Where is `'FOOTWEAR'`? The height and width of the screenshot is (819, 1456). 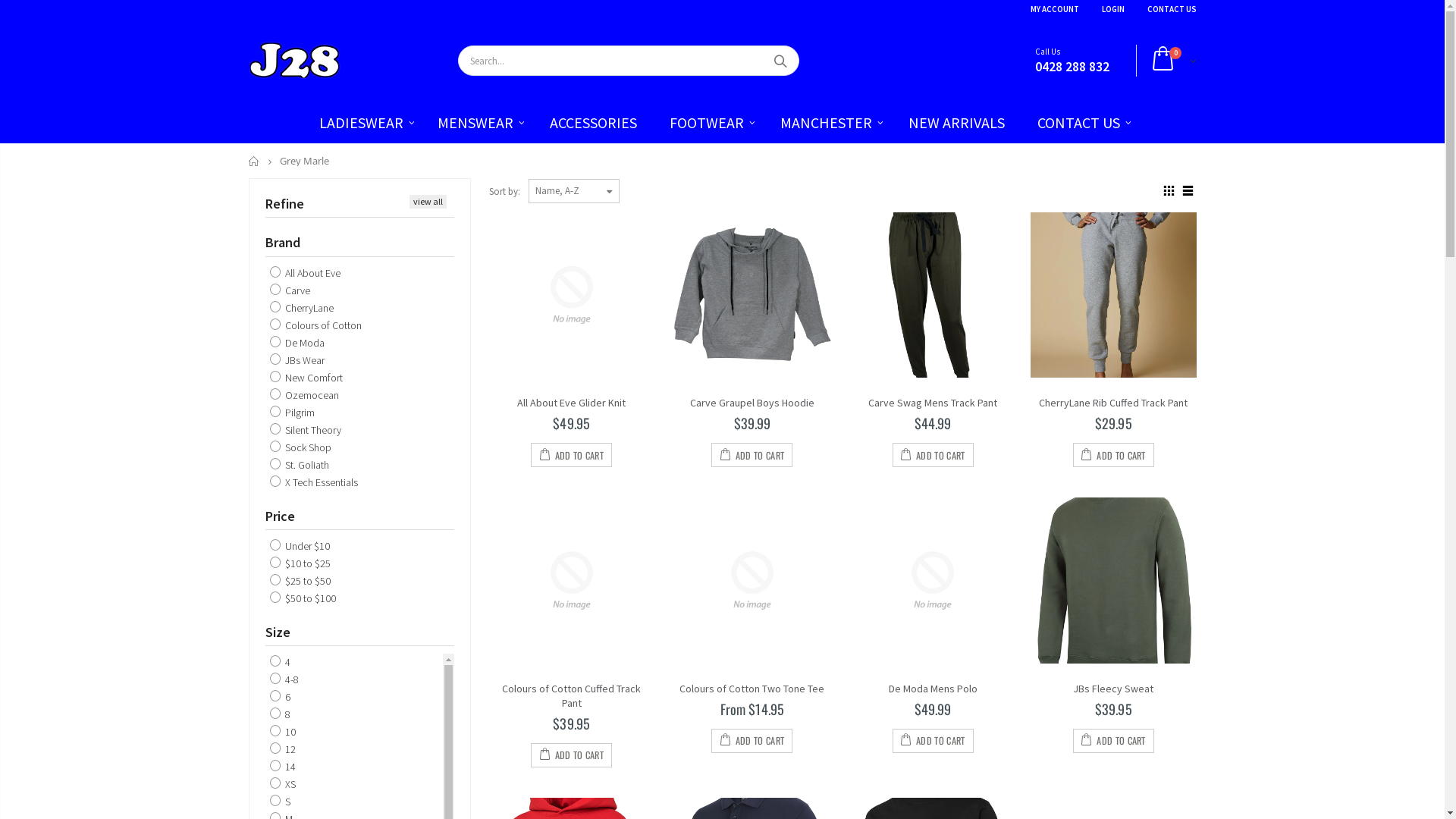
'FOOTWEAR' is located at coordinates (654, 122).